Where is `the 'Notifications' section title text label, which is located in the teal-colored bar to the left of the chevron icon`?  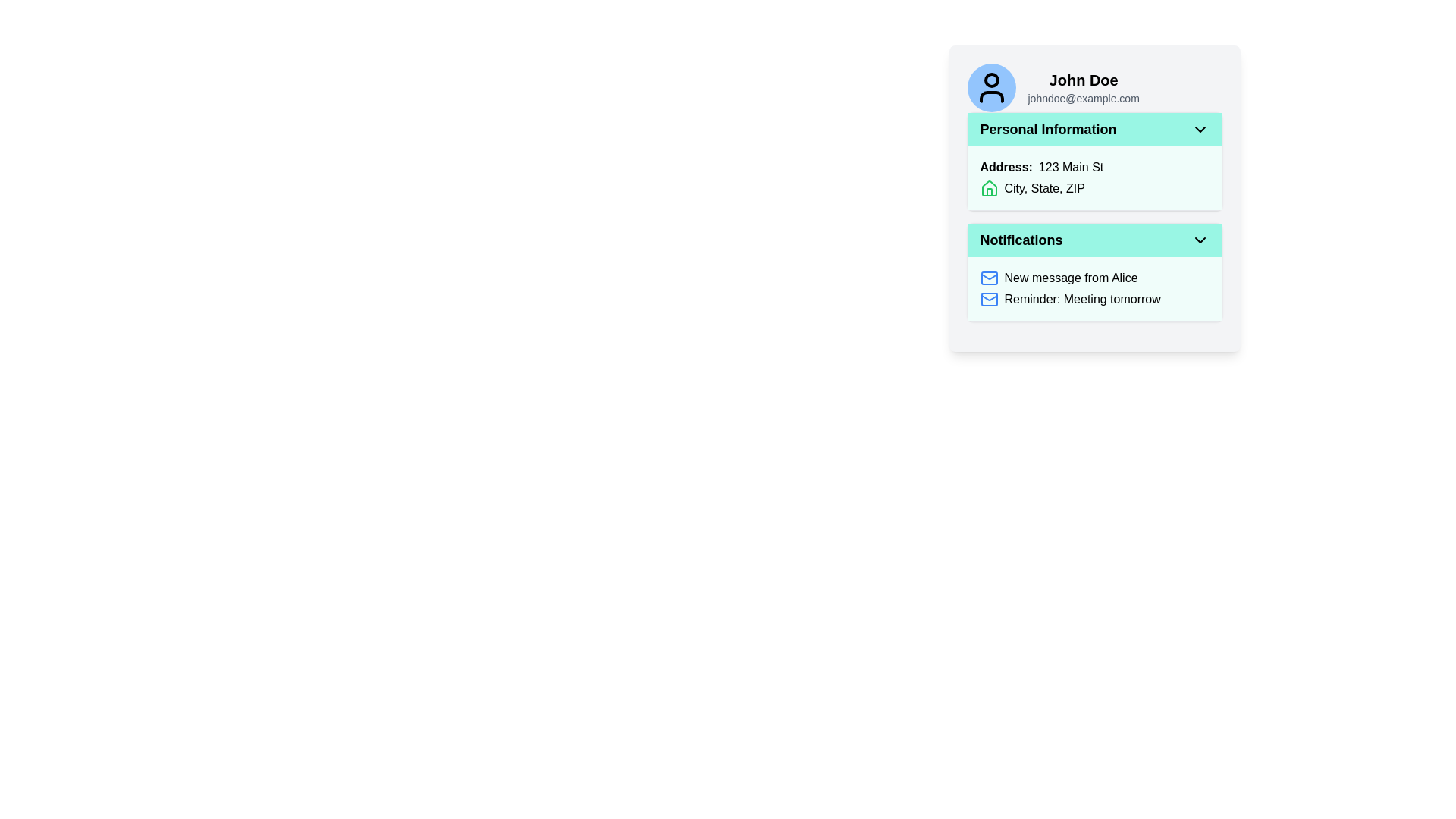 the 'Notifications' section title text label, which is located in the teal-colored bar to the left of the chevron icon is located at coordinates (1021, 239).